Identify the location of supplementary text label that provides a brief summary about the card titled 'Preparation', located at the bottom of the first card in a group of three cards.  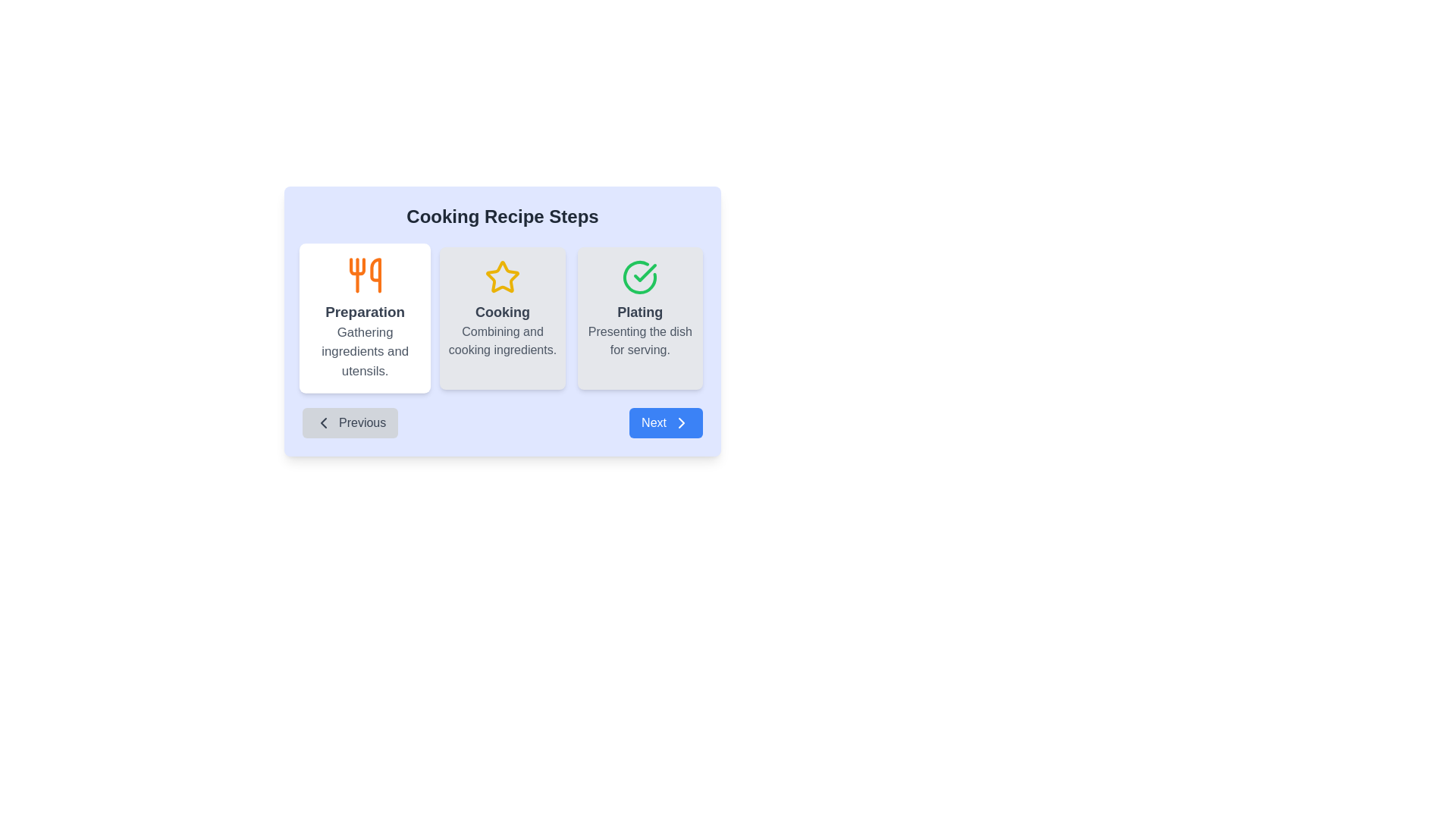
(365, 352).